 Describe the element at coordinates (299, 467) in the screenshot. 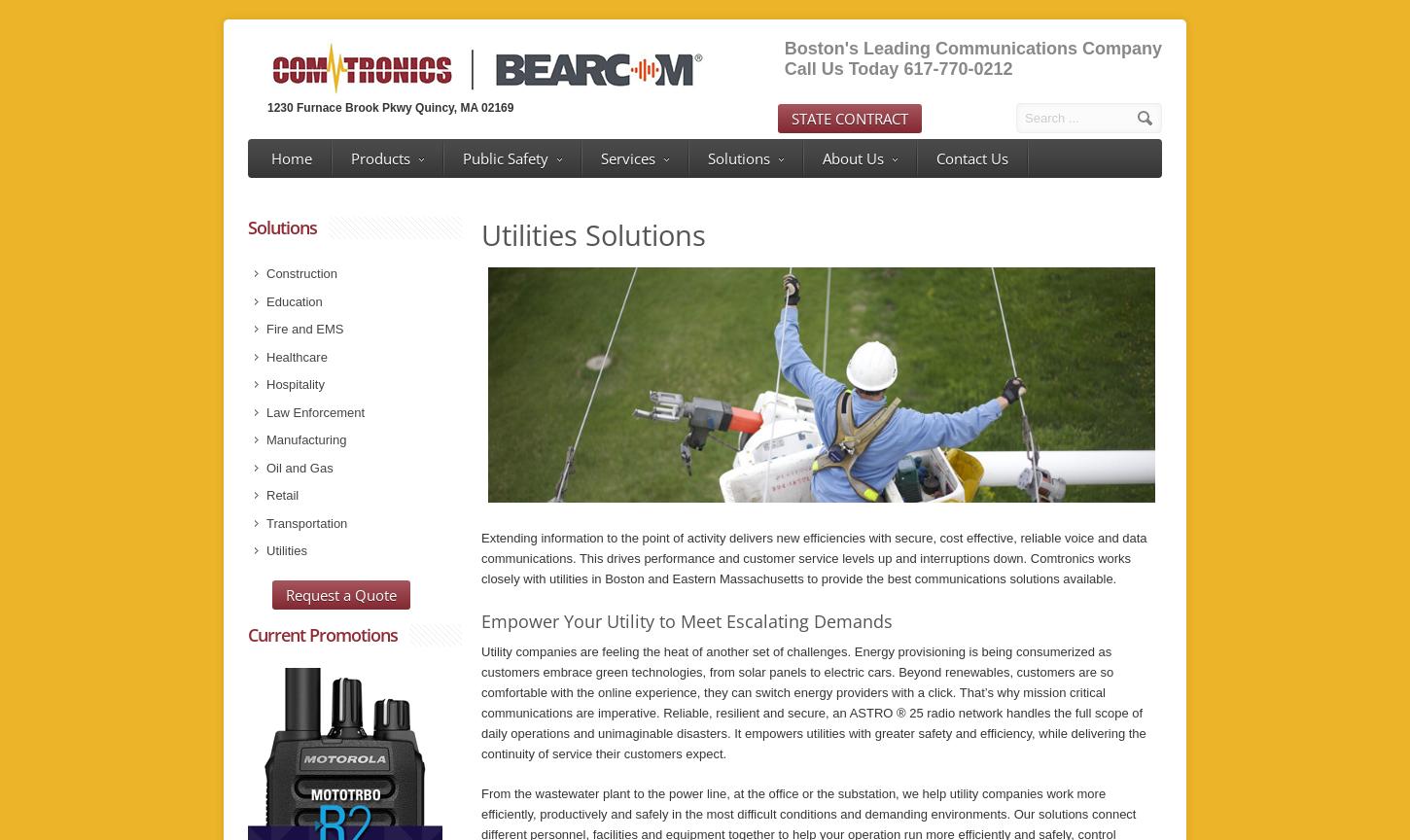

I see `'Oil and Gas'` at that location.